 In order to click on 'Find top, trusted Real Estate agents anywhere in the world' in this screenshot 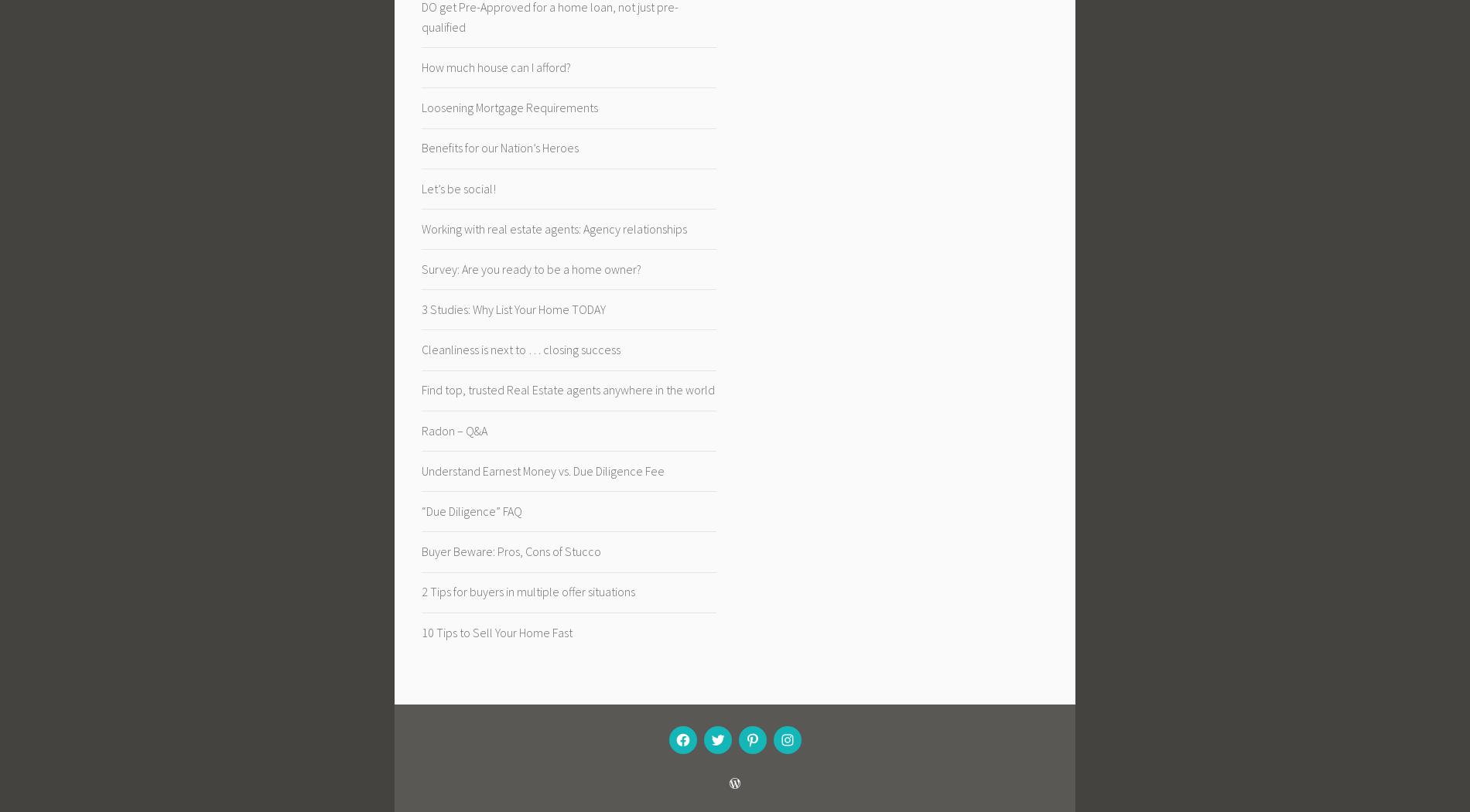, I will do `click(421, 389)`.